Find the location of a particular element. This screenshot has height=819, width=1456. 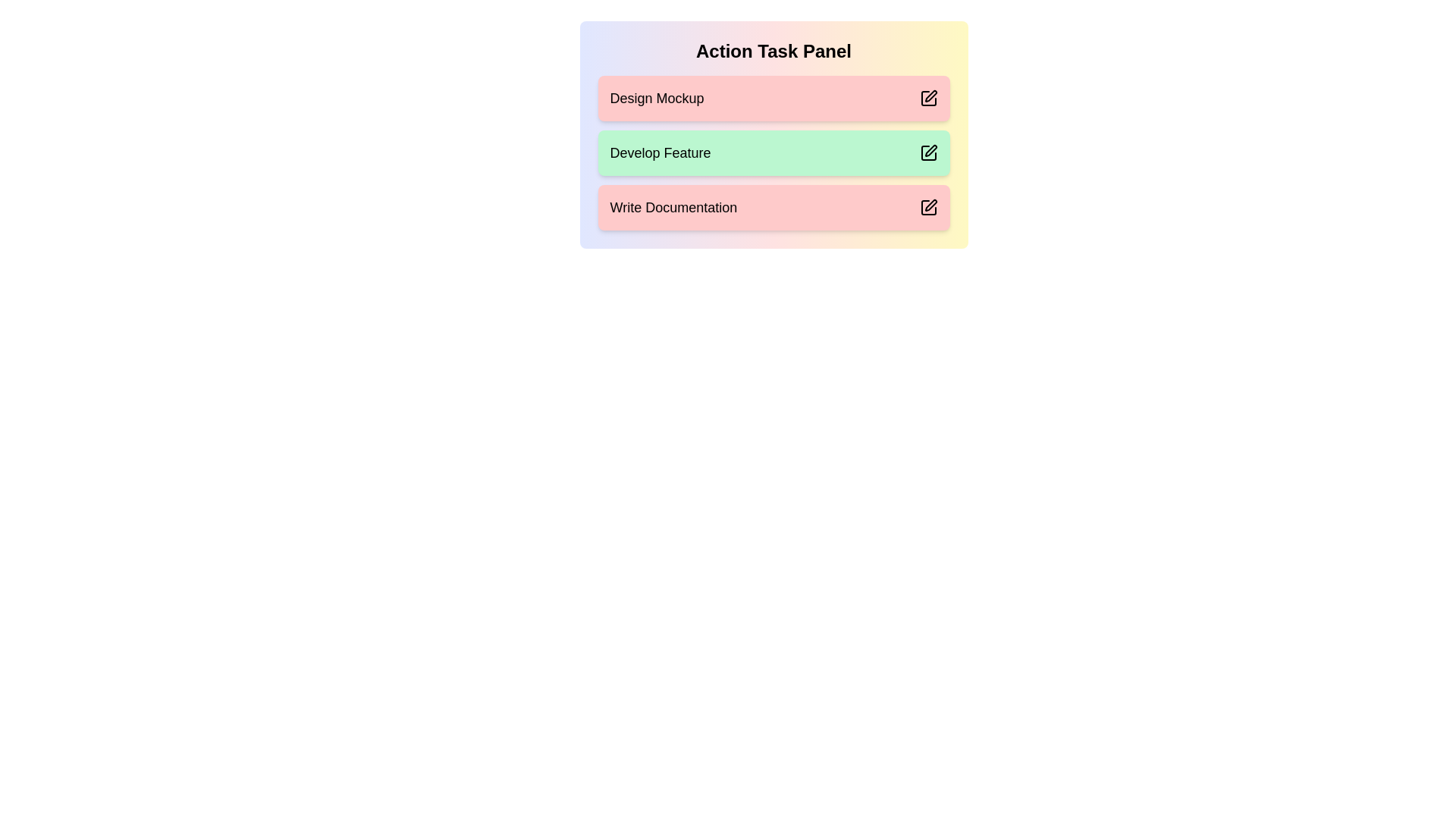

the task Develop Feature to observe its hover effect is located at coordinates (773, 152).